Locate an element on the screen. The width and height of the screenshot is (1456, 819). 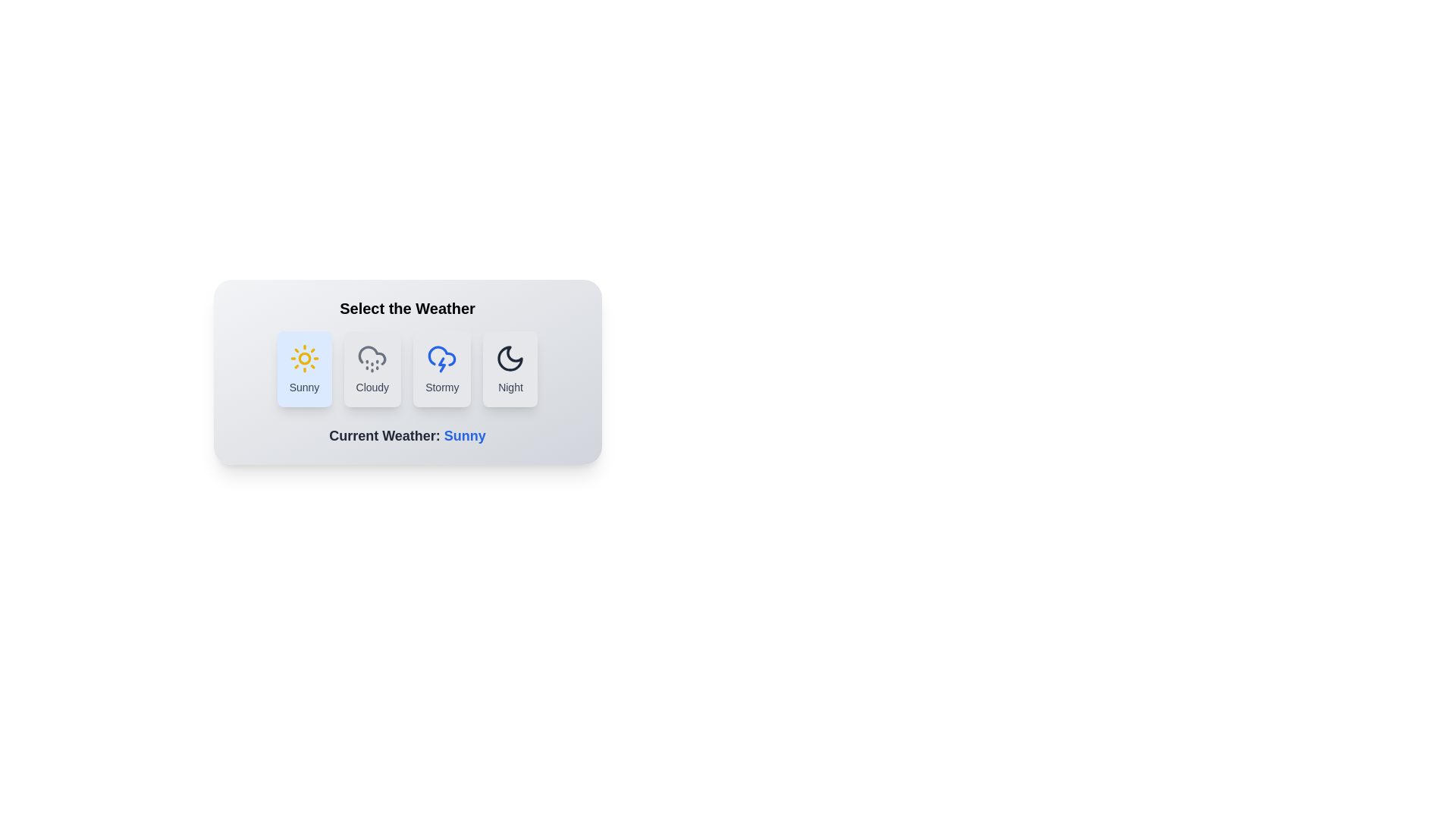
the Night button to select the corresponding weather option is located at coordinates (510, 369).